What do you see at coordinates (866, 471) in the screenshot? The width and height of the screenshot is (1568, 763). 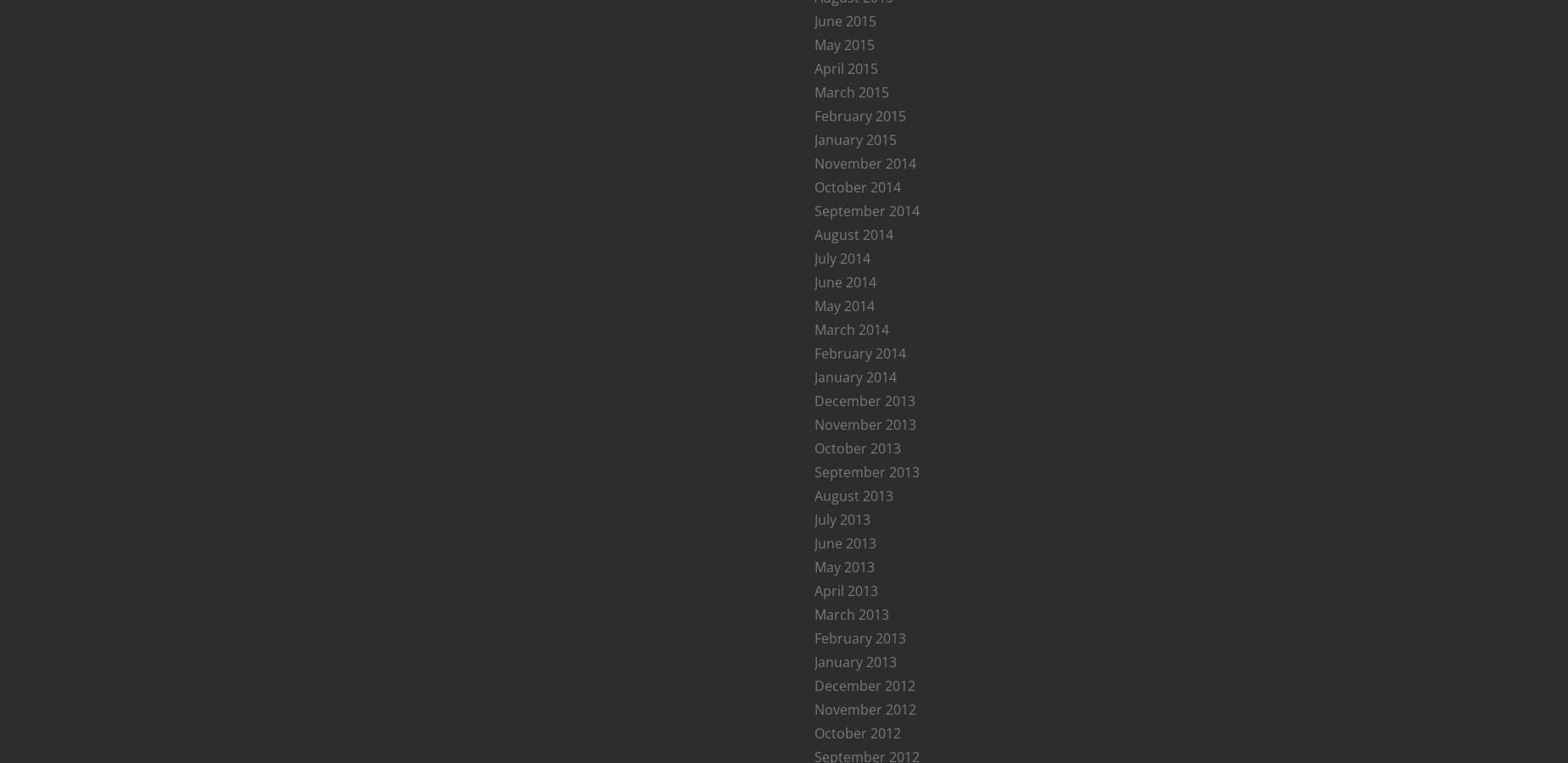 I see `'September 2013'` at bounding box center [866, 471].